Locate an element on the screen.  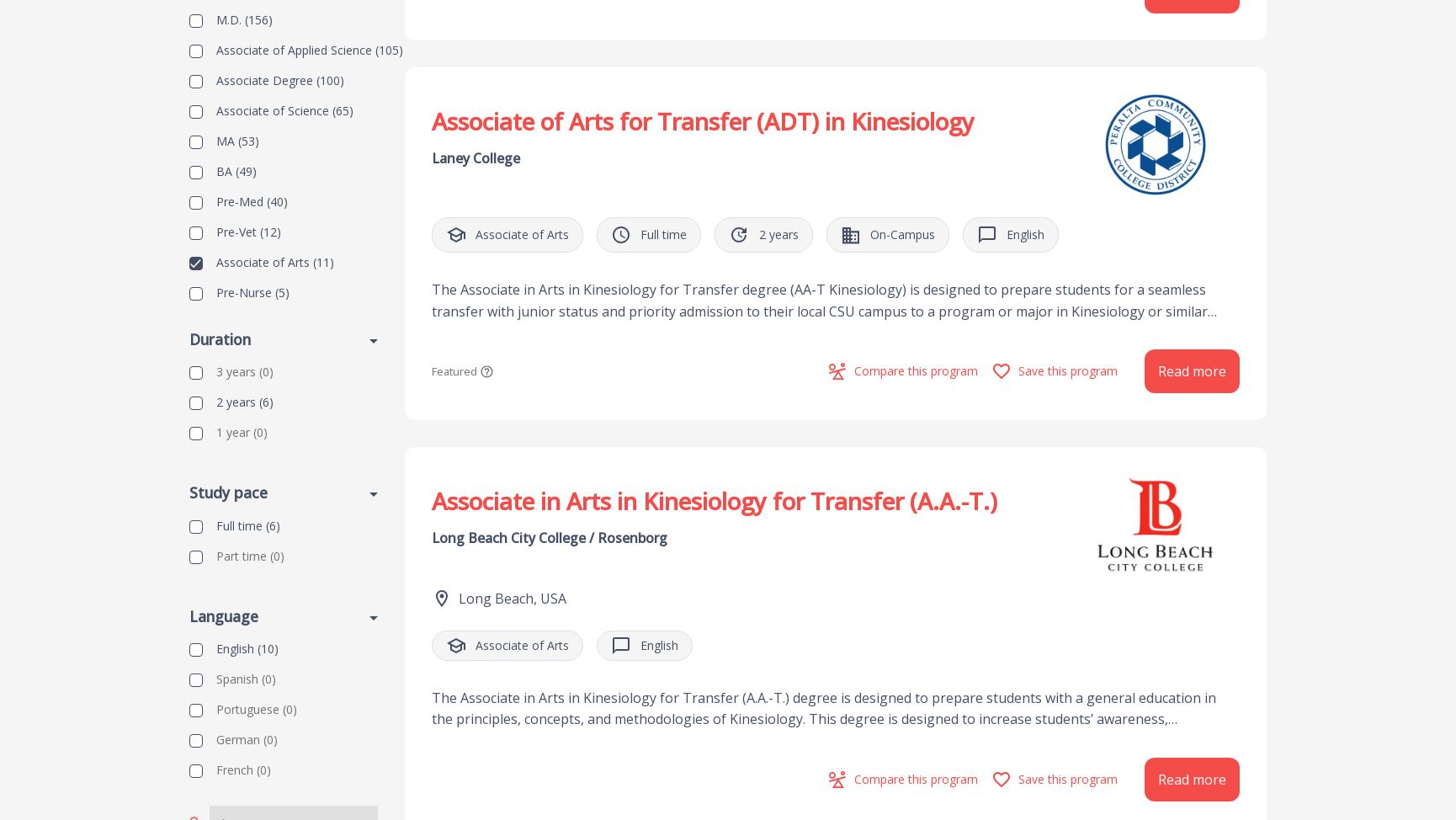
'German' is located at coordinates (237, 738).